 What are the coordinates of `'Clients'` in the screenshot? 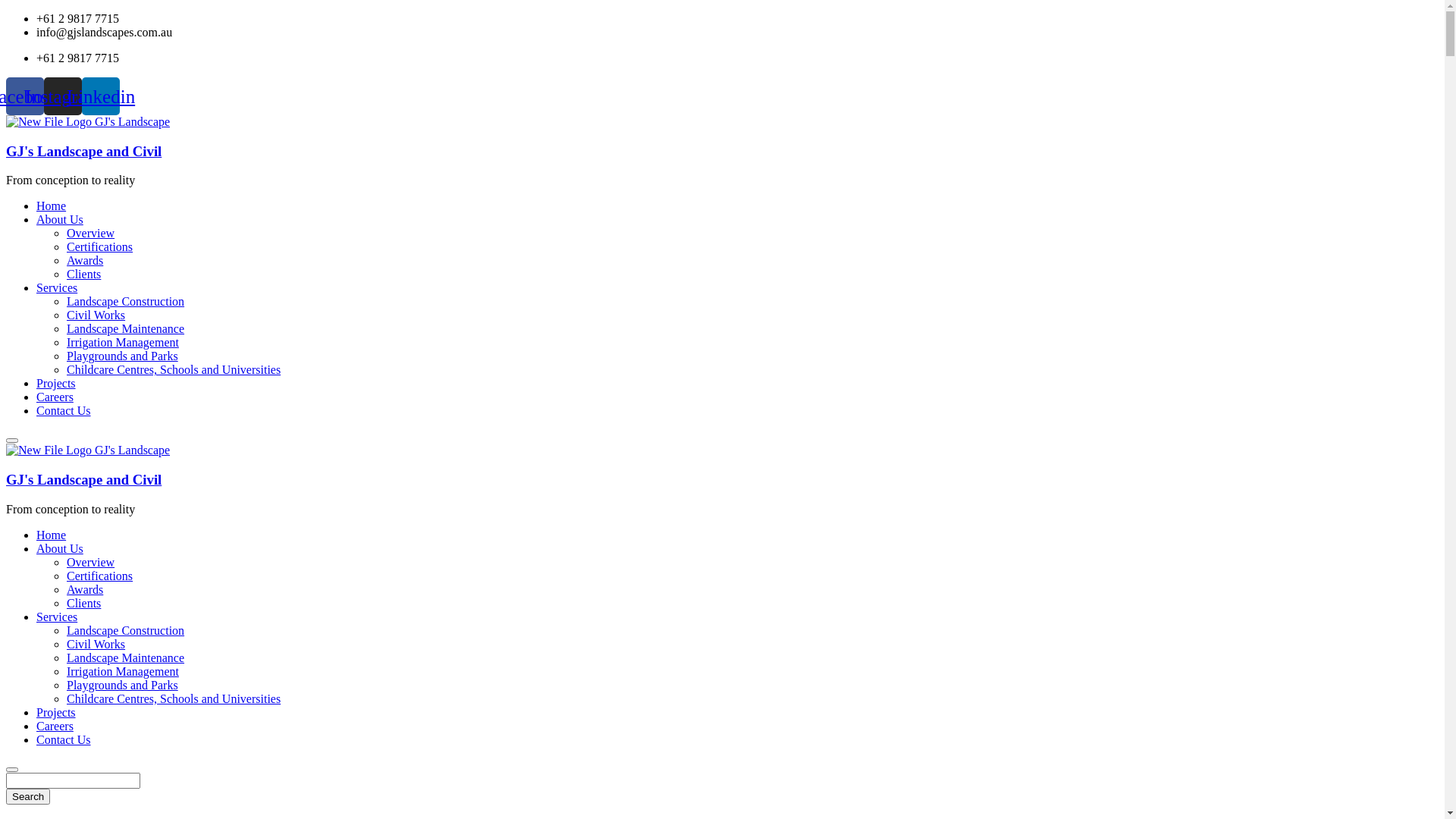 It's located at (65, 274).